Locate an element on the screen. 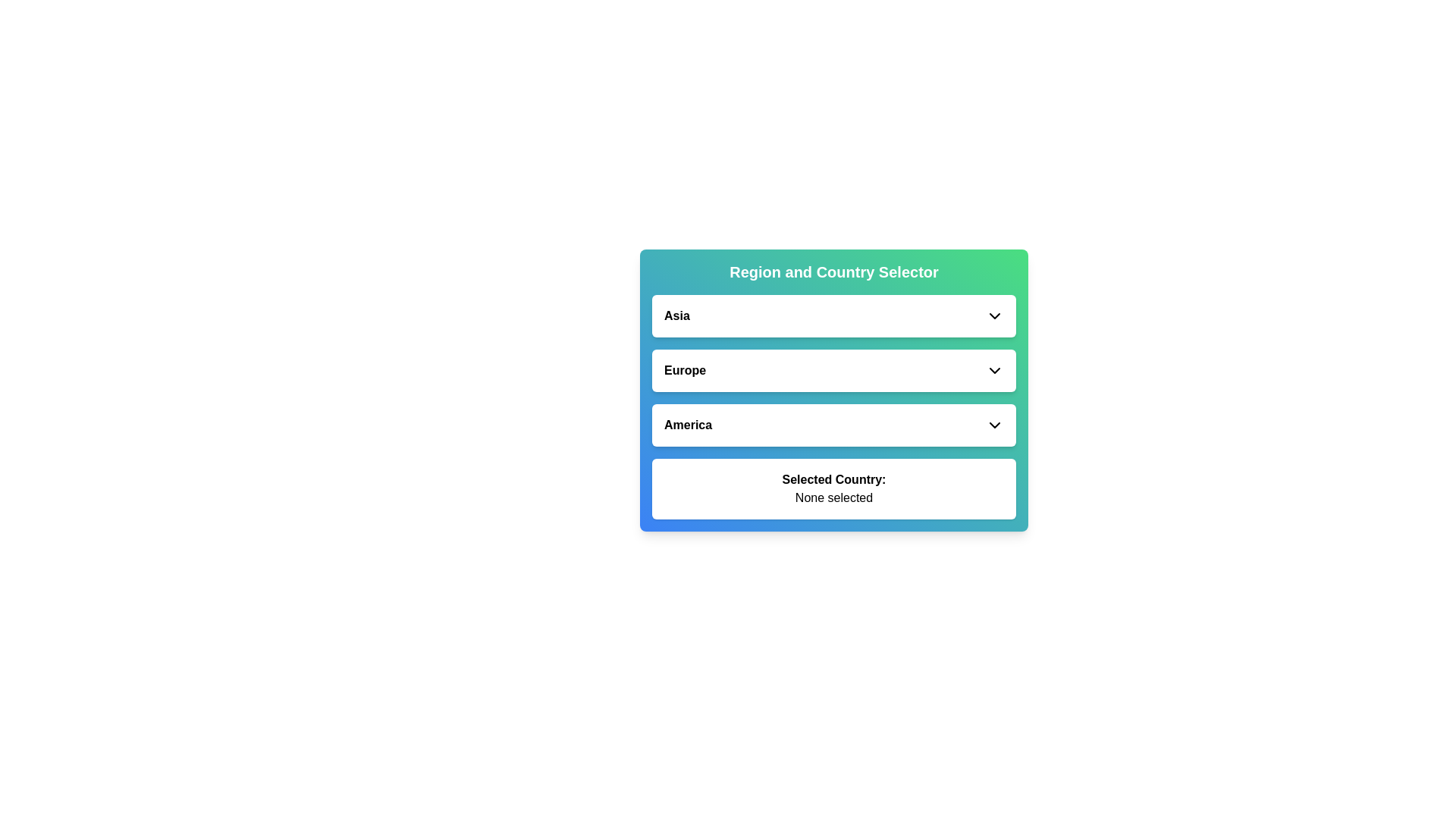  the 'Europe' dropdown menu item is located at coordinates (833, 371).